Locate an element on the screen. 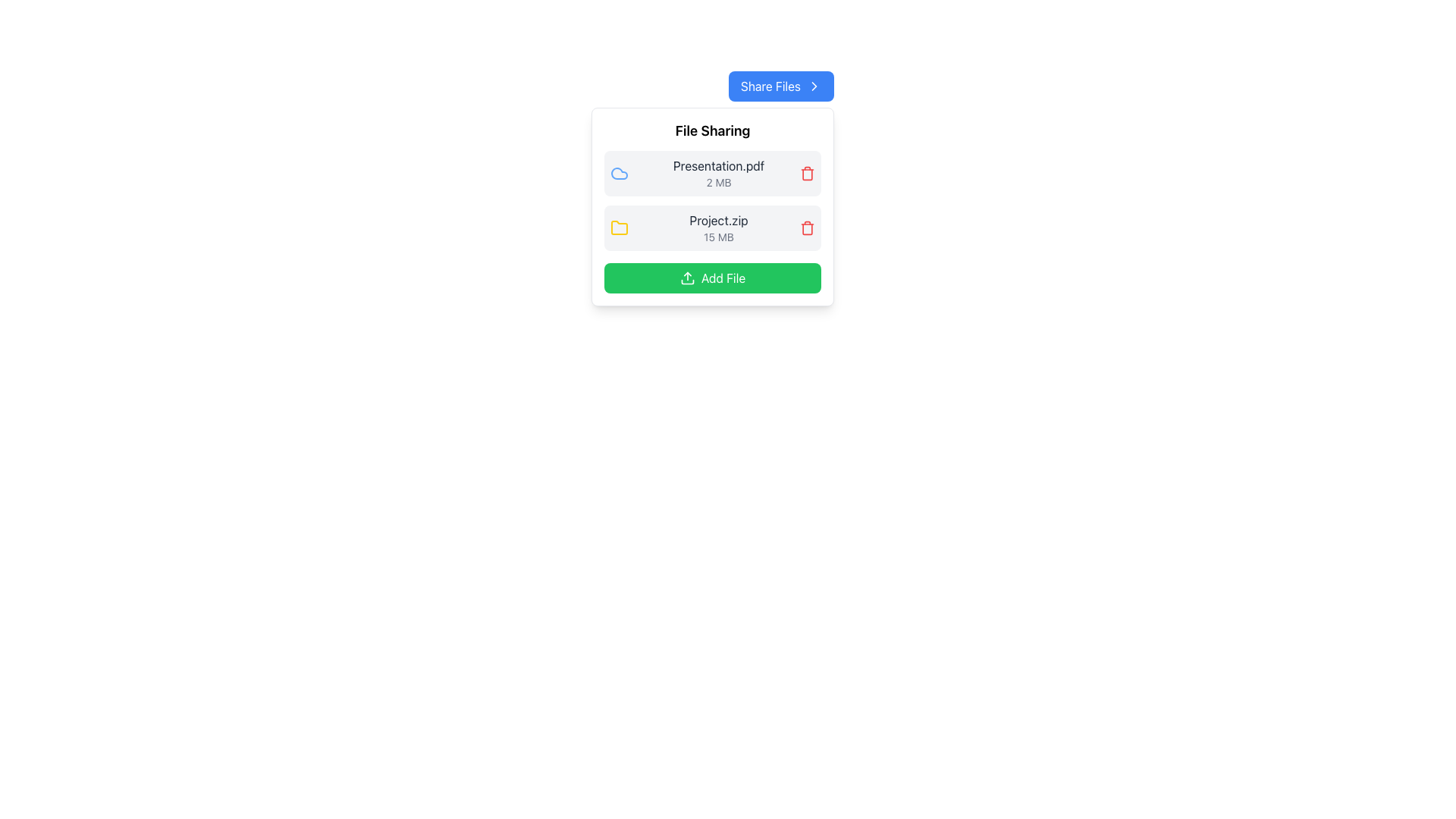 The height and width of the screenshot is (819, 1456). the chevron icon located on the right-hand side of the 'Share Files' button is located at coordinates (814, 86).